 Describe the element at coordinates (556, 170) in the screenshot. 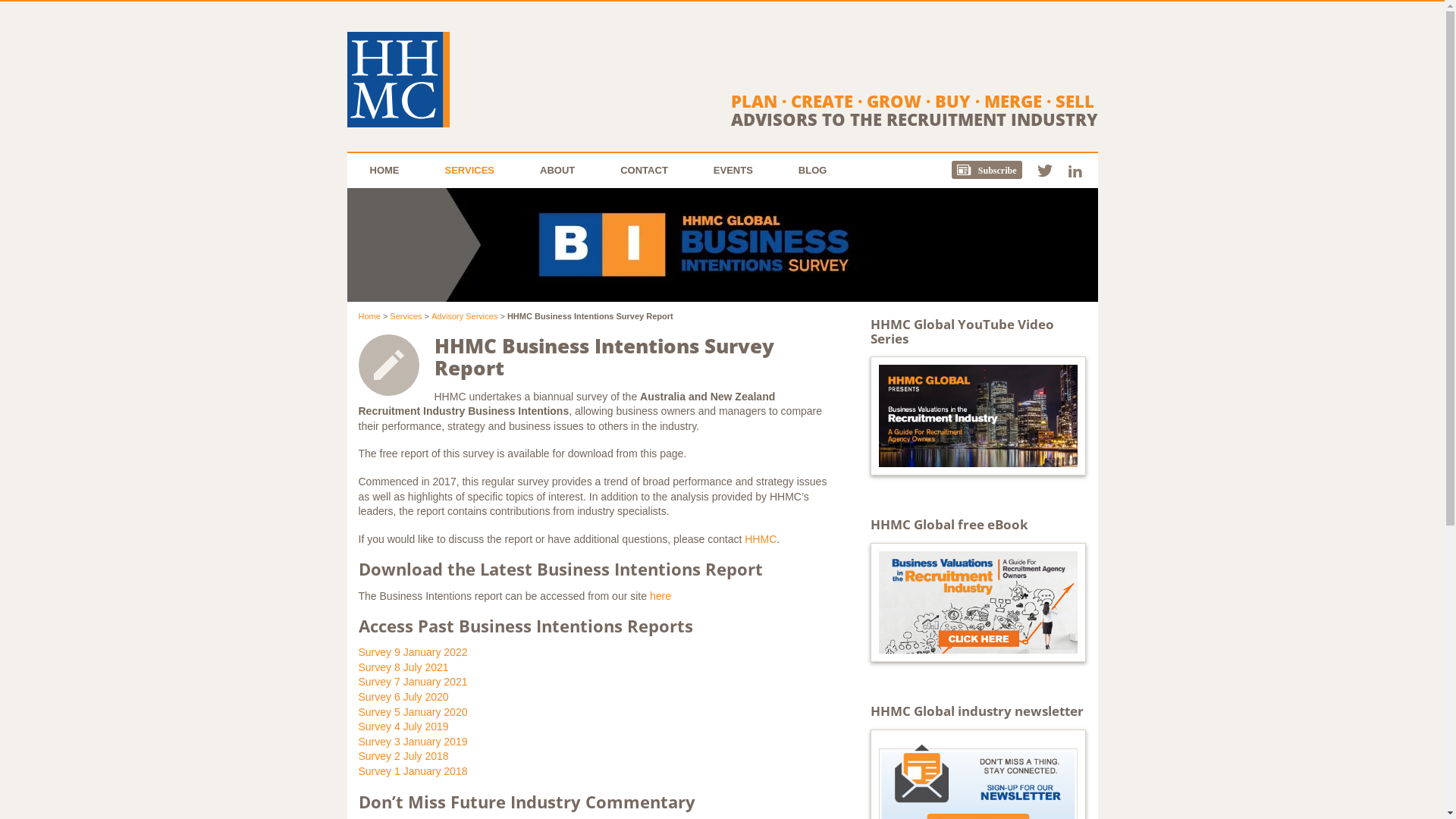

I see `'ABOUT'` at that location.